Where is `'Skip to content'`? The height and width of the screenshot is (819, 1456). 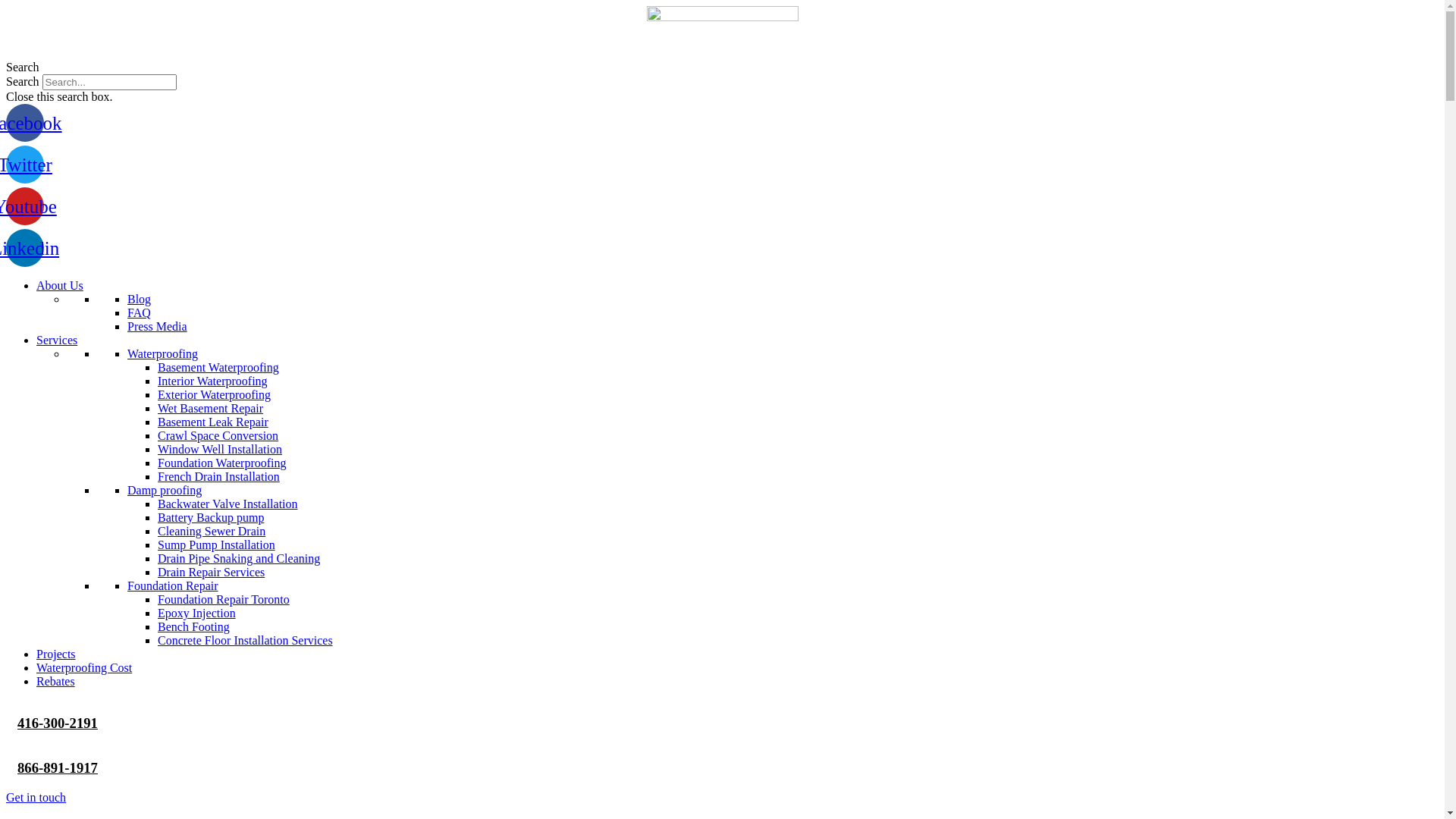
'Skip to content' is located at coordinates (5, 5).